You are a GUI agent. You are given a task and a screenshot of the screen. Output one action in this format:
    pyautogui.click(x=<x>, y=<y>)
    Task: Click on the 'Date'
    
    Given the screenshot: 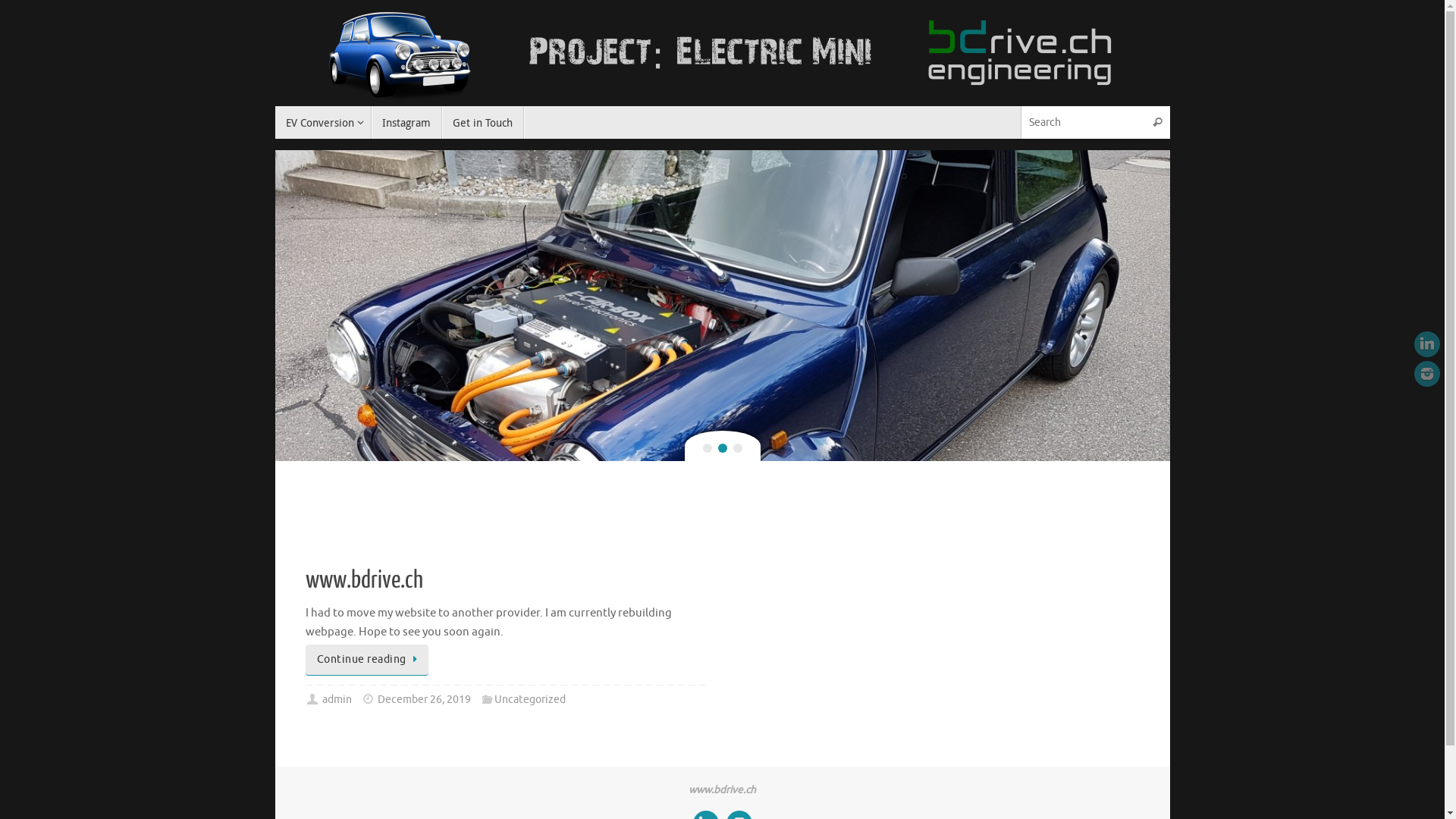 What is the action you would take?
    pyautogui.click(x=368, y=699)
    